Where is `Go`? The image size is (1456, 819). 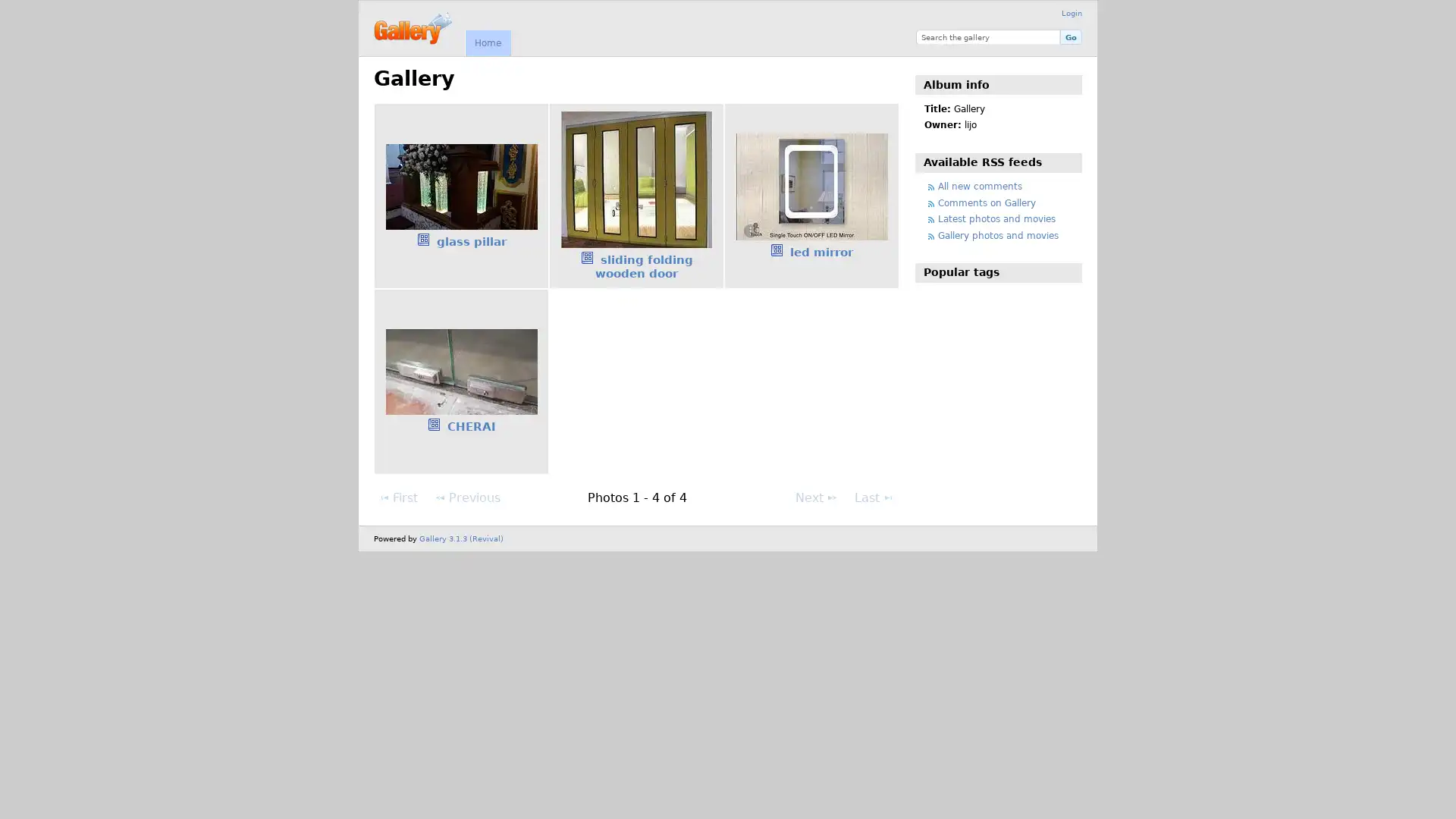
Go is located at coordinates (1069, 35).